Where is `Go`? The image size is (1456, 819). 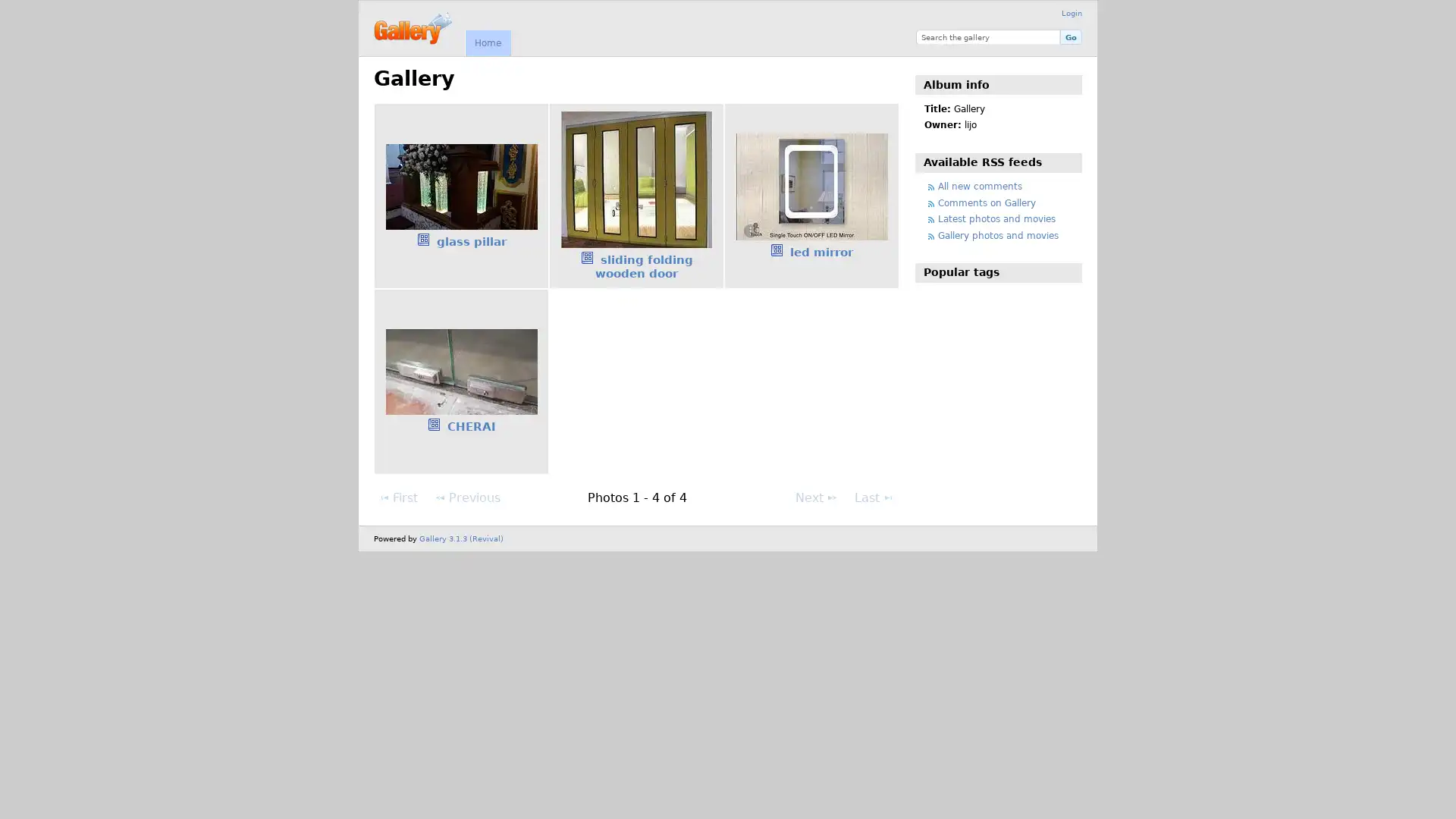
Go is located at coordinates (1069, 35).